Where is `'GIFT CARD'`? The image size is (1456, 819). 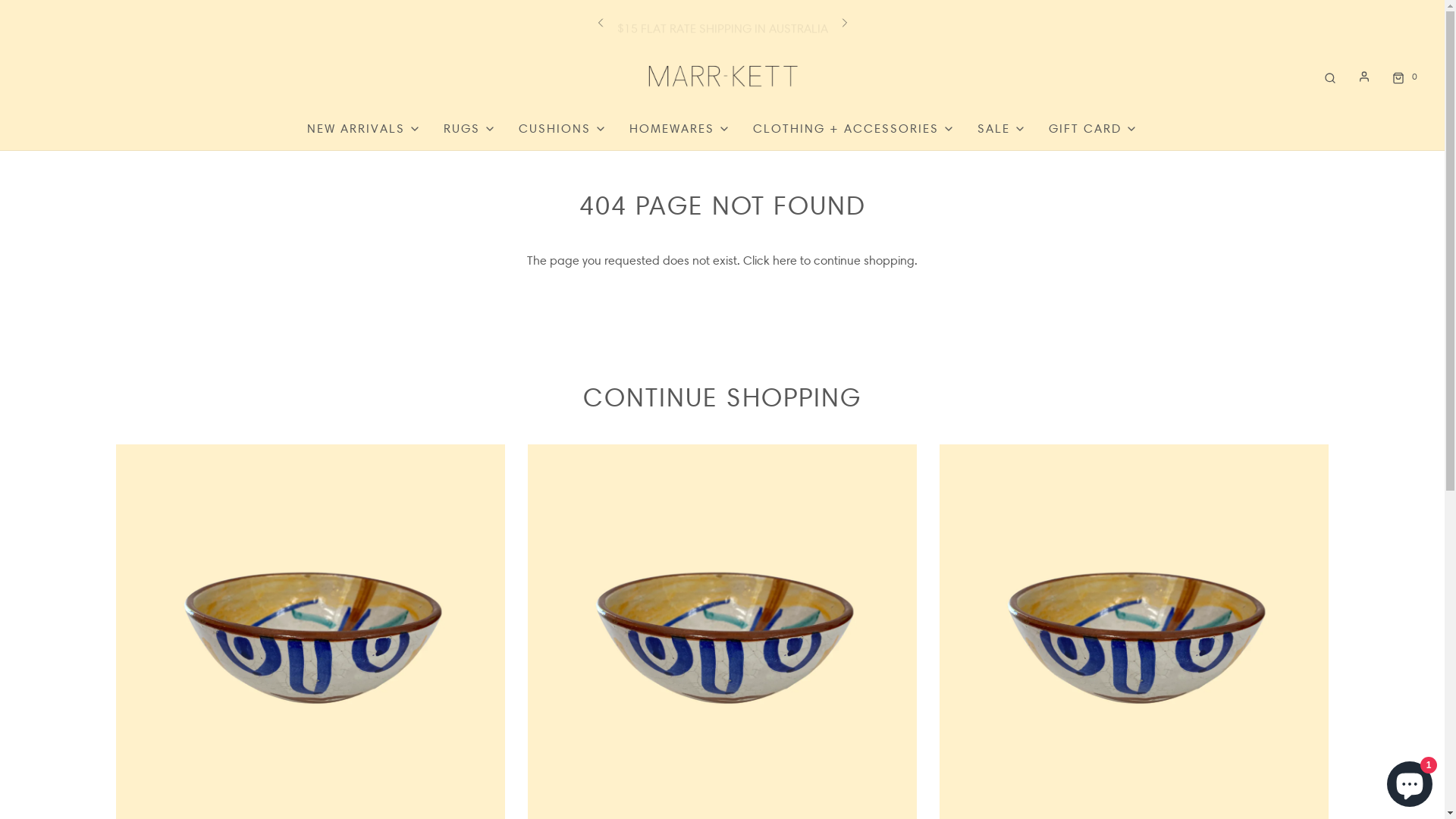
'GIFT CARD' is located at coordinates (1093, 127).